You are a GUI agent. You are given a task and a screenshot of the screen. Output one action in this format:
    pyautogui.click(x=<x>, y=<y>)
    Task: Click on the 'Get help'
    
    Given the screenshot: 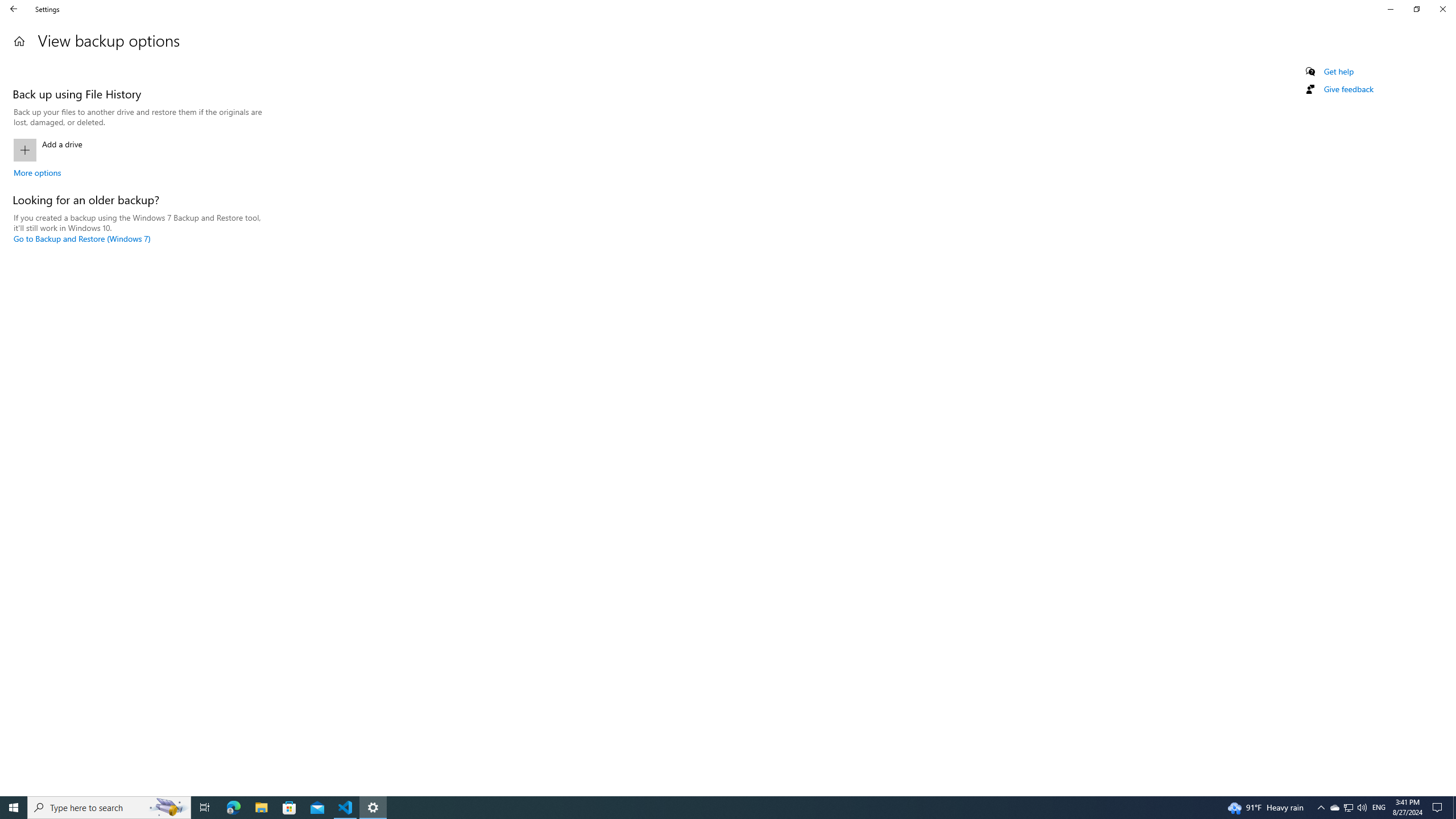 What is the action you would take?
    pyautogui.click(x=1338, y=71)
    